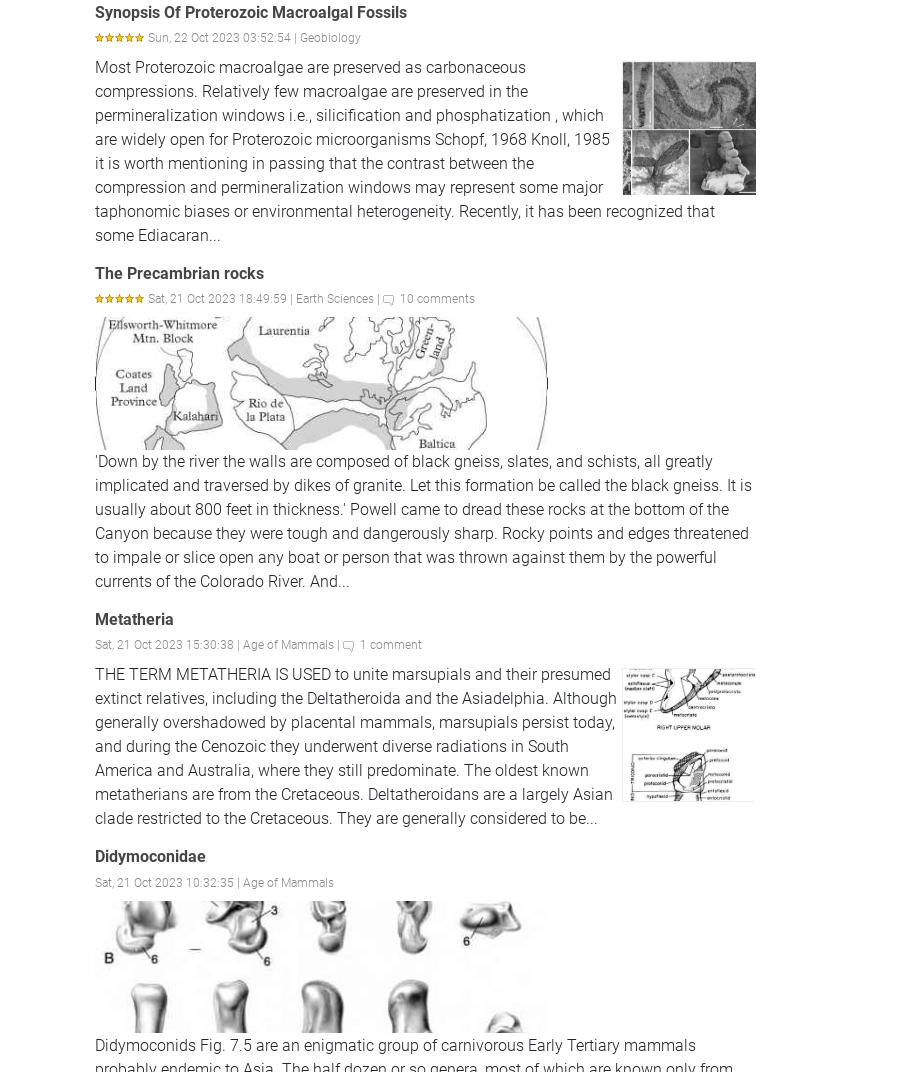  What do you see at coordinates (167, 645) in the screenshot?
I see `'Sat, 21 Oct 2023 15:30:38                                    |'` at bounding box center [167, 645].